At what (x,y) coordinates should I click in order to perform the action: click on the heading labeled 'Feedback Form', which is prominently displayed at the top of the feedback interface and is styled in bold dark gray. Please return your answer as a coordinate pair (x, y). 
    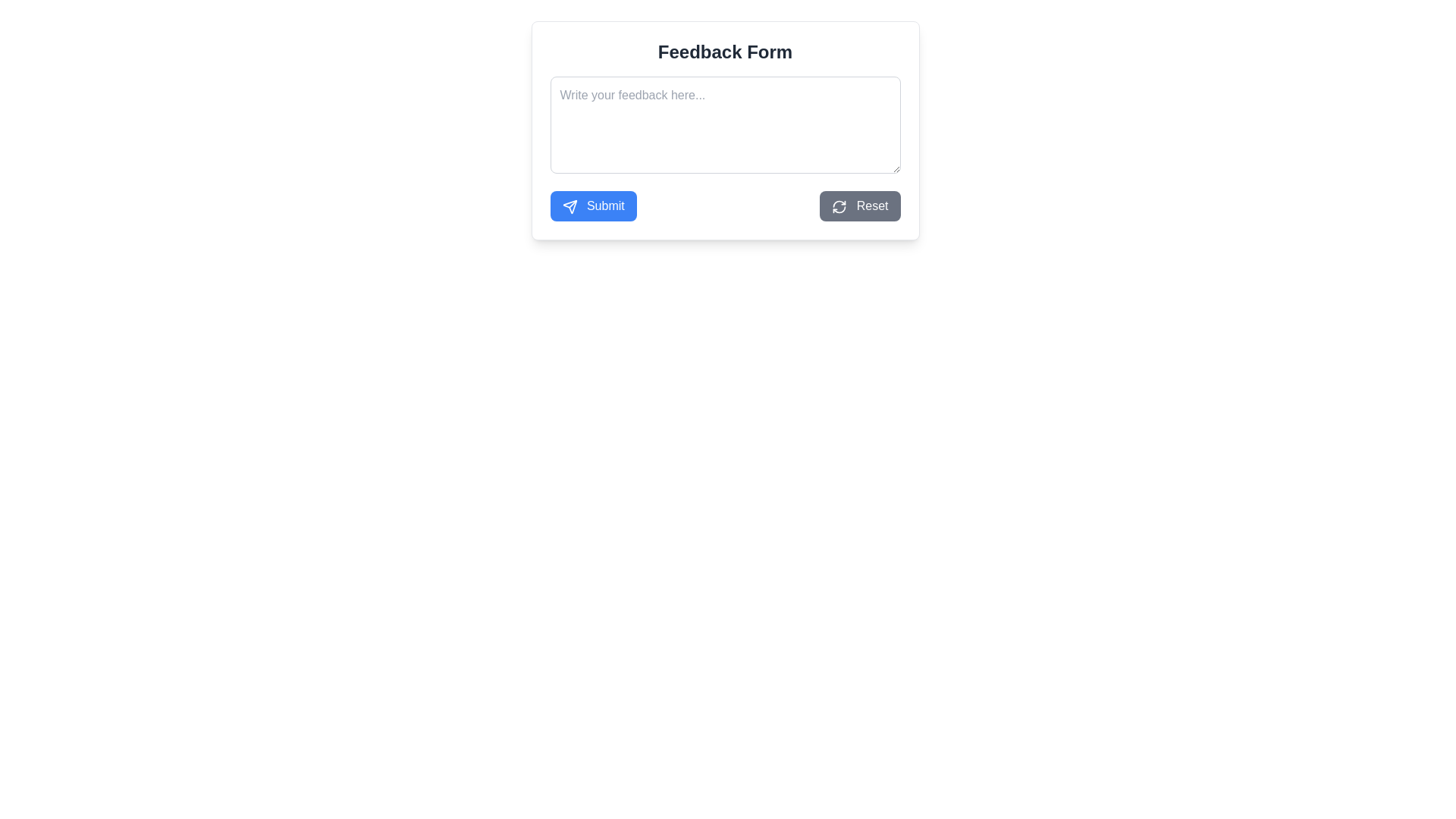
    Looking at the image, I should click on (724, 52).